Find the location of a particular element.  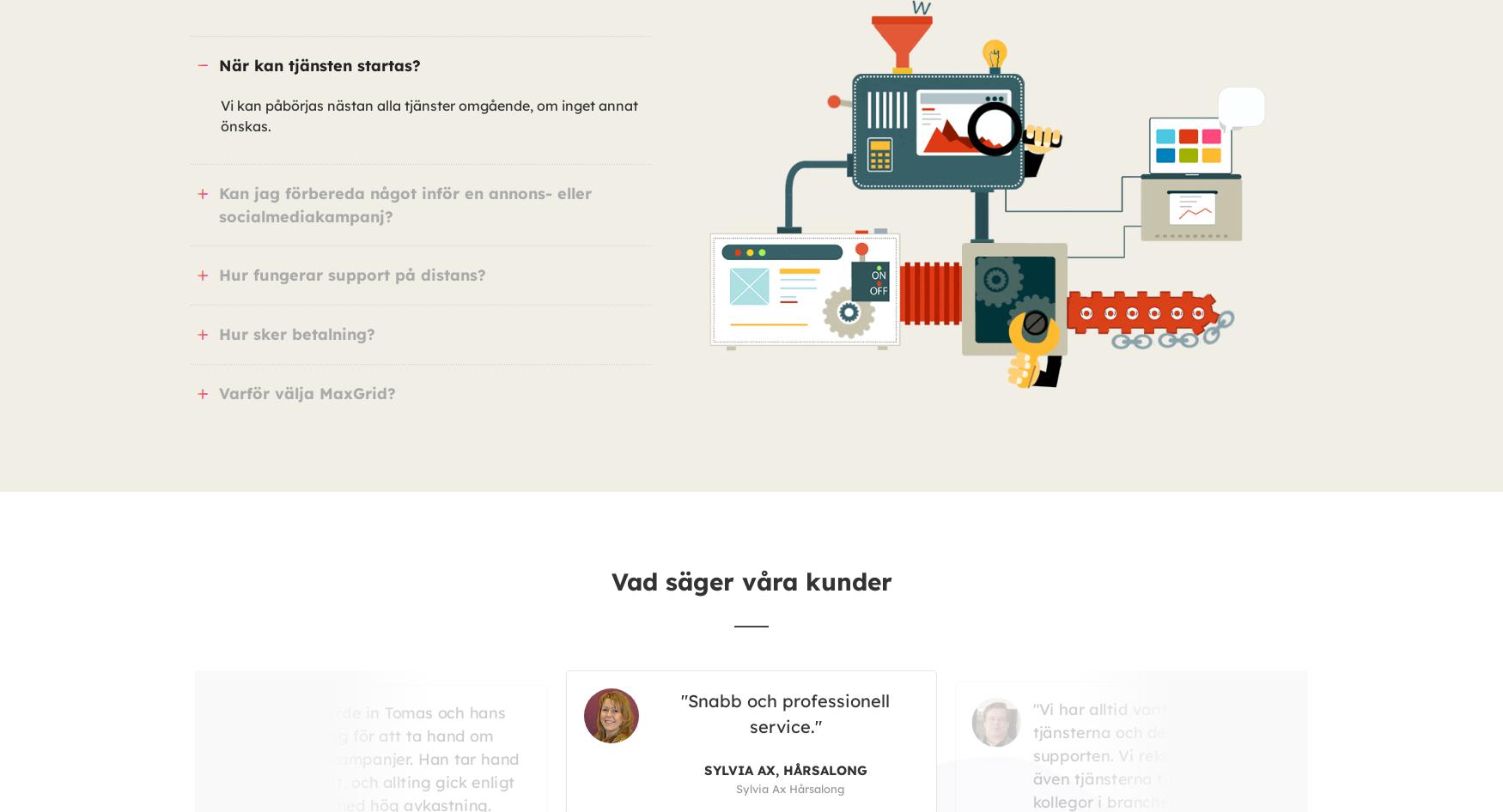

'Jonas' is located at coordinates (1053, 742).